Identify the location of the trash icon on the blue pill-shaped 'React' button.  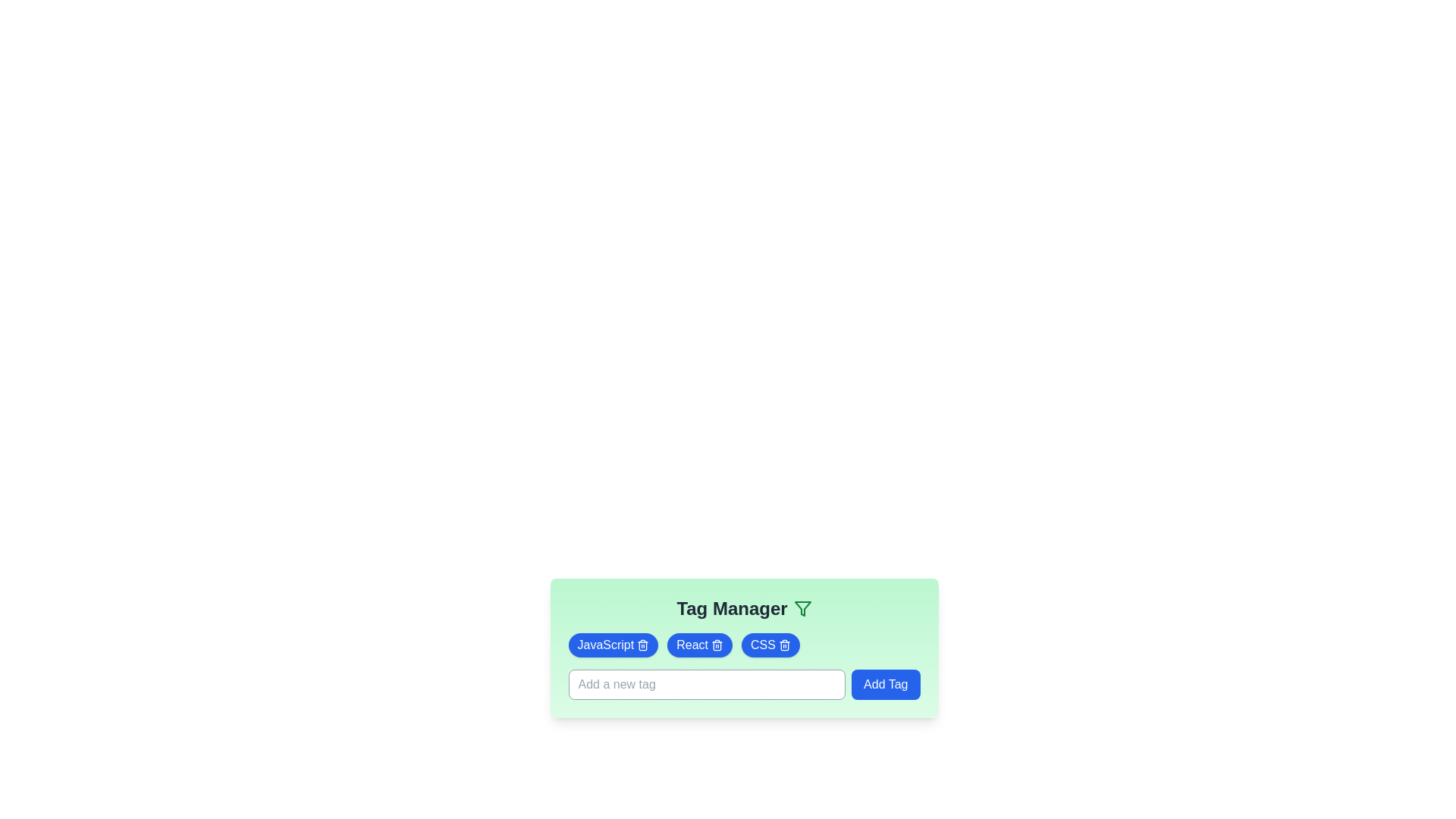
(699, 645).